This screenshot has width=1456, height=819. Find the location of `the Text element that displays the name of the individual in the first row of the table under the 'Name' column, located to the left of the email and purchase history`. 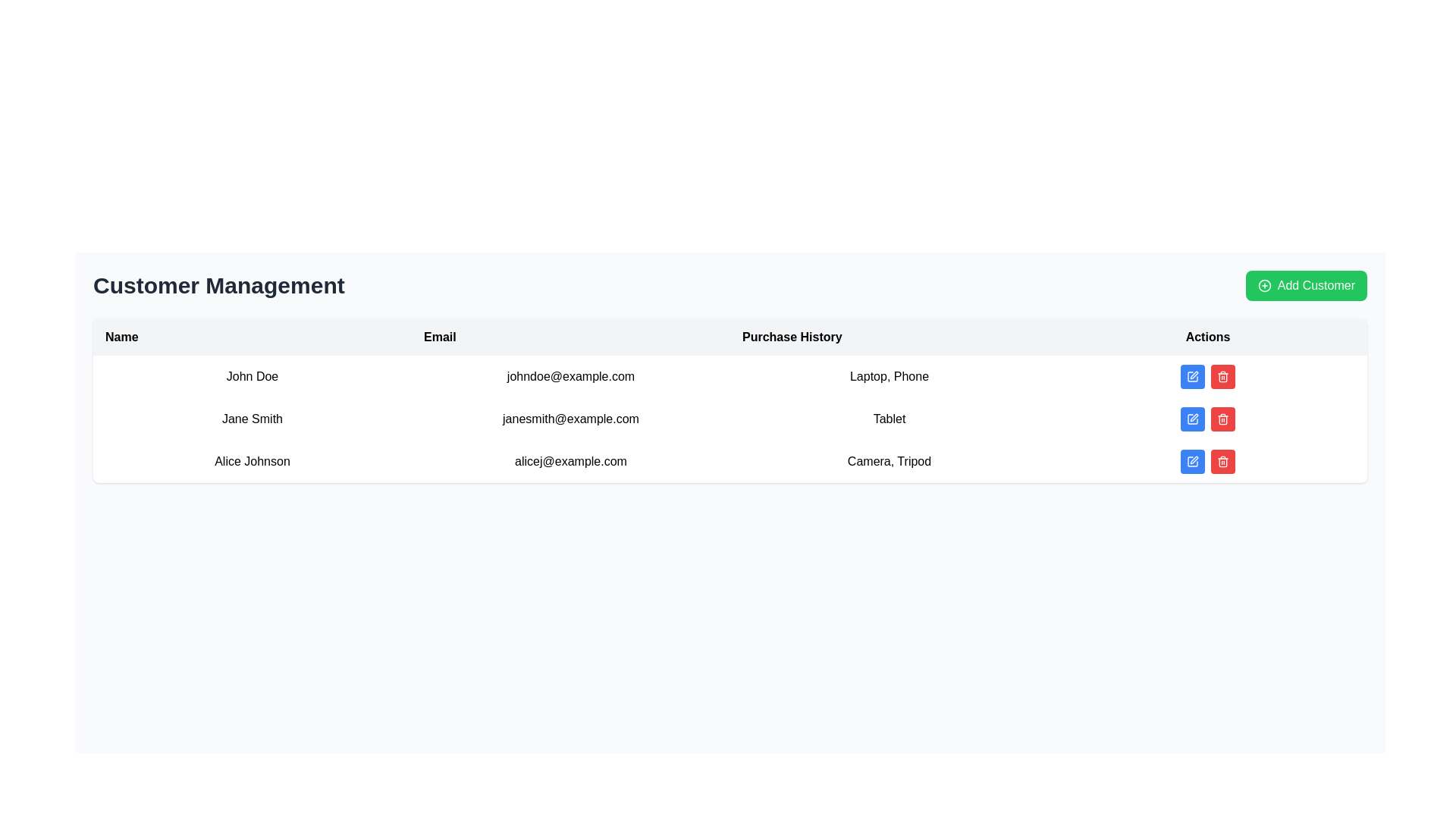

the Text element that displays the name of the individual in the first row of the table under the 'Name' column, located to the left of the email and purchase history is located at coordinates (252, 376).